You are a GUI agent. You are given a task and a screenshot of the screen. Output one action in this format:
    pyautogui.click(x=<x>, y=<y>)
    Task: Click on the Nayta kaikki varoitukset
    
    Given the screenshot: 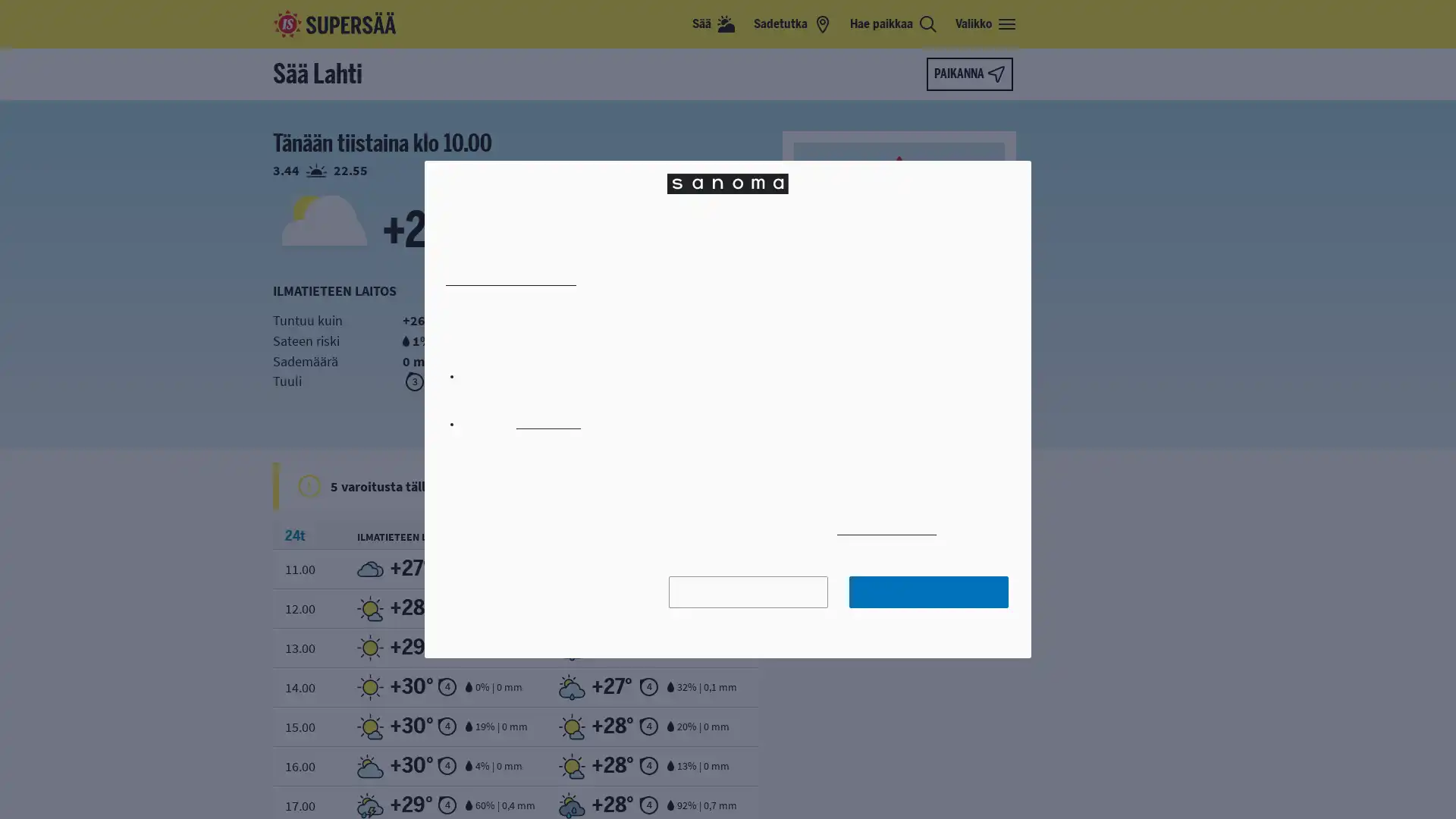 What is the action you would take?
    pyautogui.click(x=739, y=485)
    